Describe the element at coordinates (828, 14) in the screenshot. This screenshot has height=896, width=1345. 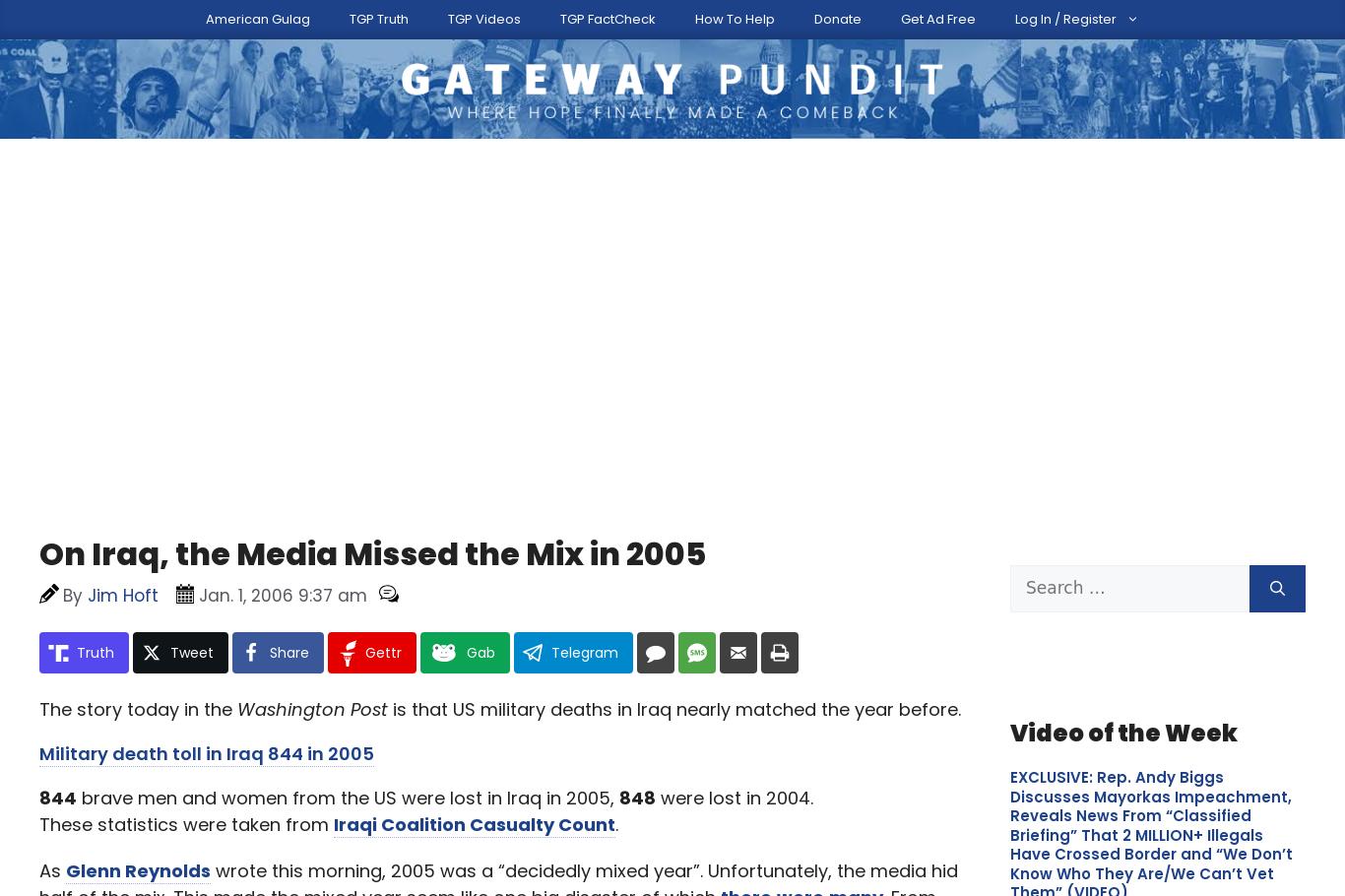
I see `'How To Help'` at that location.